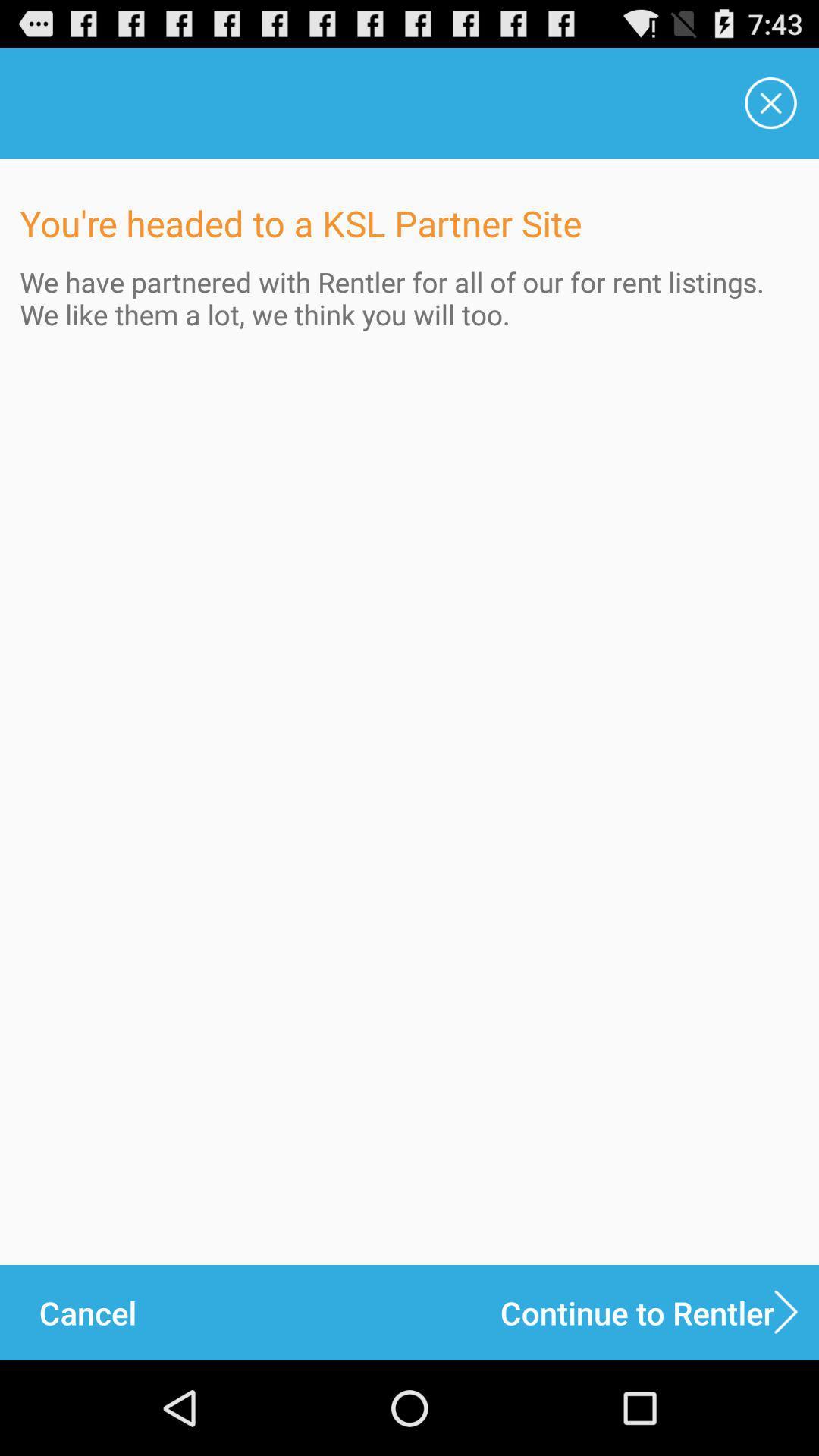 This screenshot has height=1456, width=819. Describe the element at coordinates (87, 1312) in the screenshot. I see `the item at the bottom left corner` at that location.